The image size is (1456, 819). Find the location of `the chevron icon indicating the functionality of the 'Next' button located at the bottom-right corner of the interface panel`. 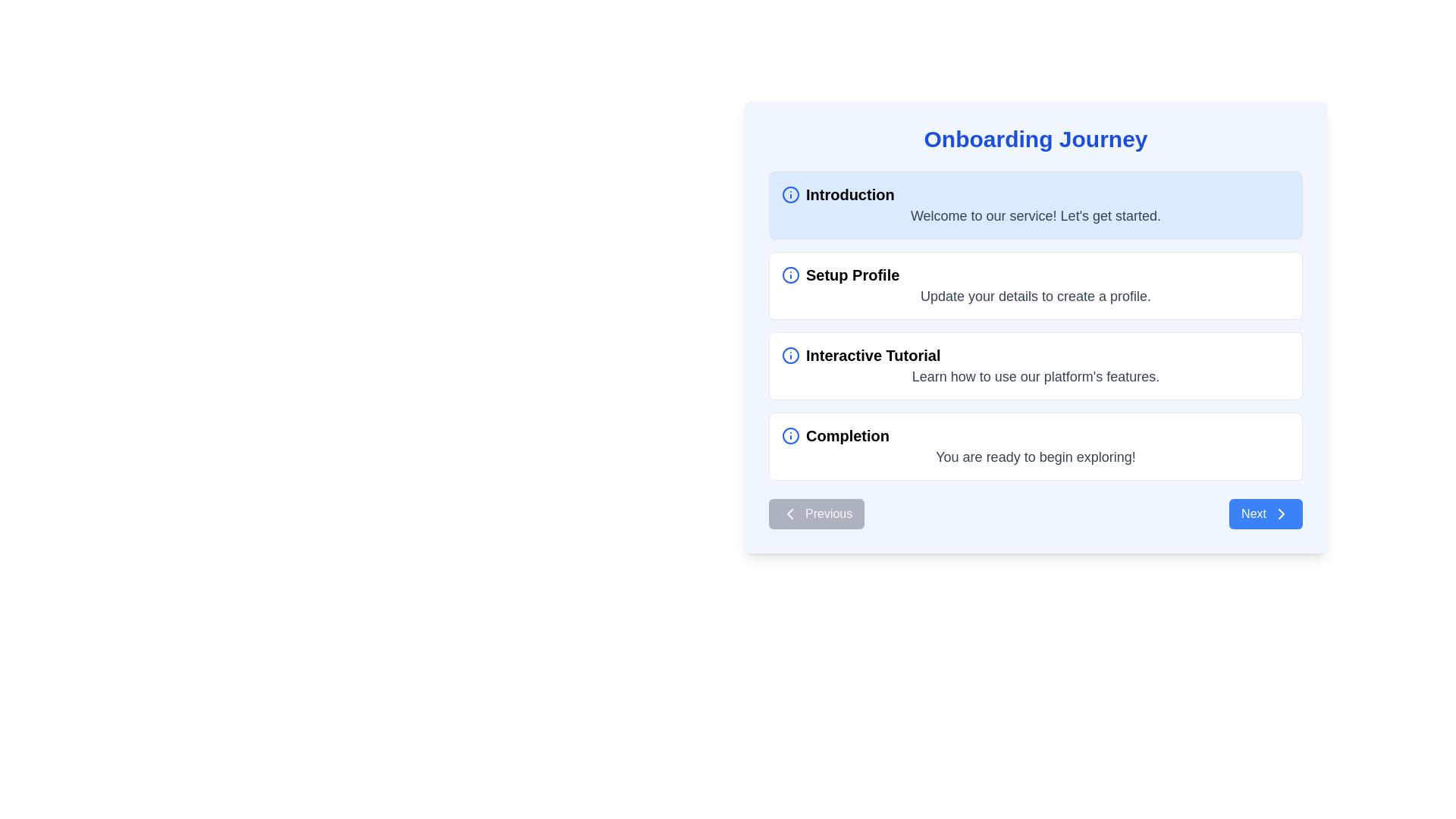

the chevron icon indicating the functionality of the 'Next' button located at the bottom-right corner of the interface panel is located at coordinates (1280, 513).